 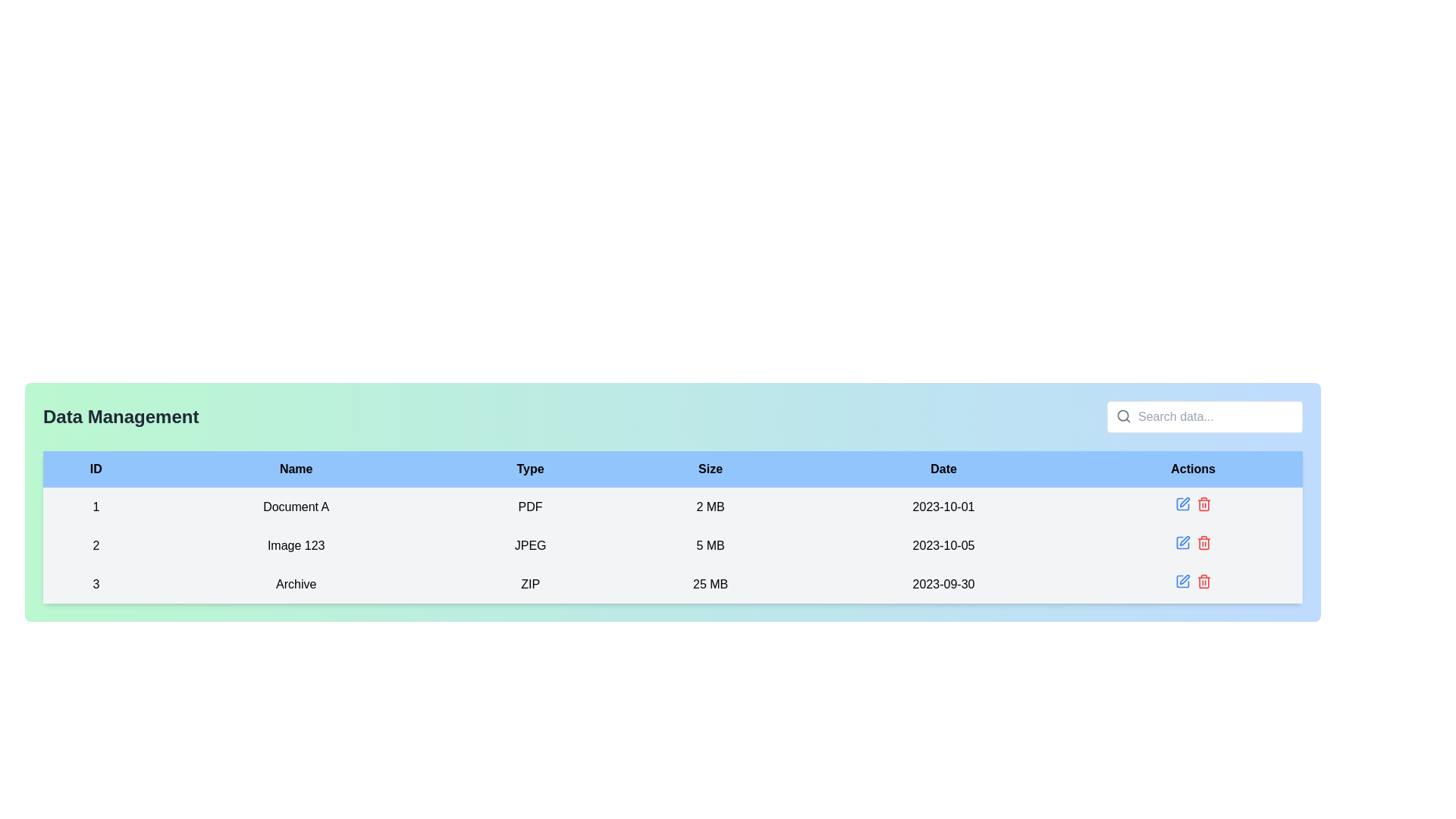 What do you see at coordinates (1203, 504) in the screenshot?
I see `the red trash icon in the 'Actions' column of the second row to initiate the deletion process` at bounding box center [1203, 504].